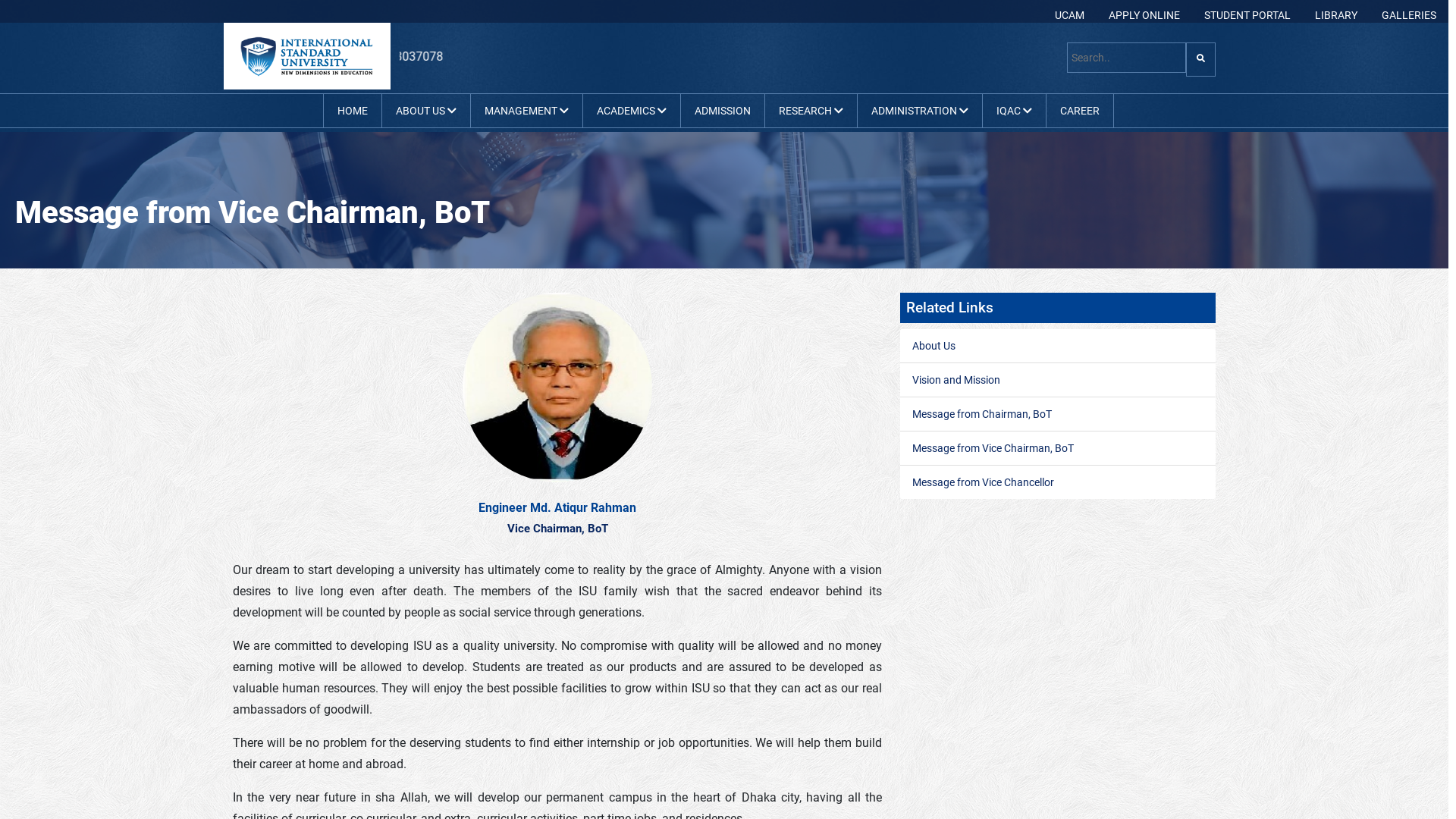  I want to click on 'IQAC', so click(1014, 110).